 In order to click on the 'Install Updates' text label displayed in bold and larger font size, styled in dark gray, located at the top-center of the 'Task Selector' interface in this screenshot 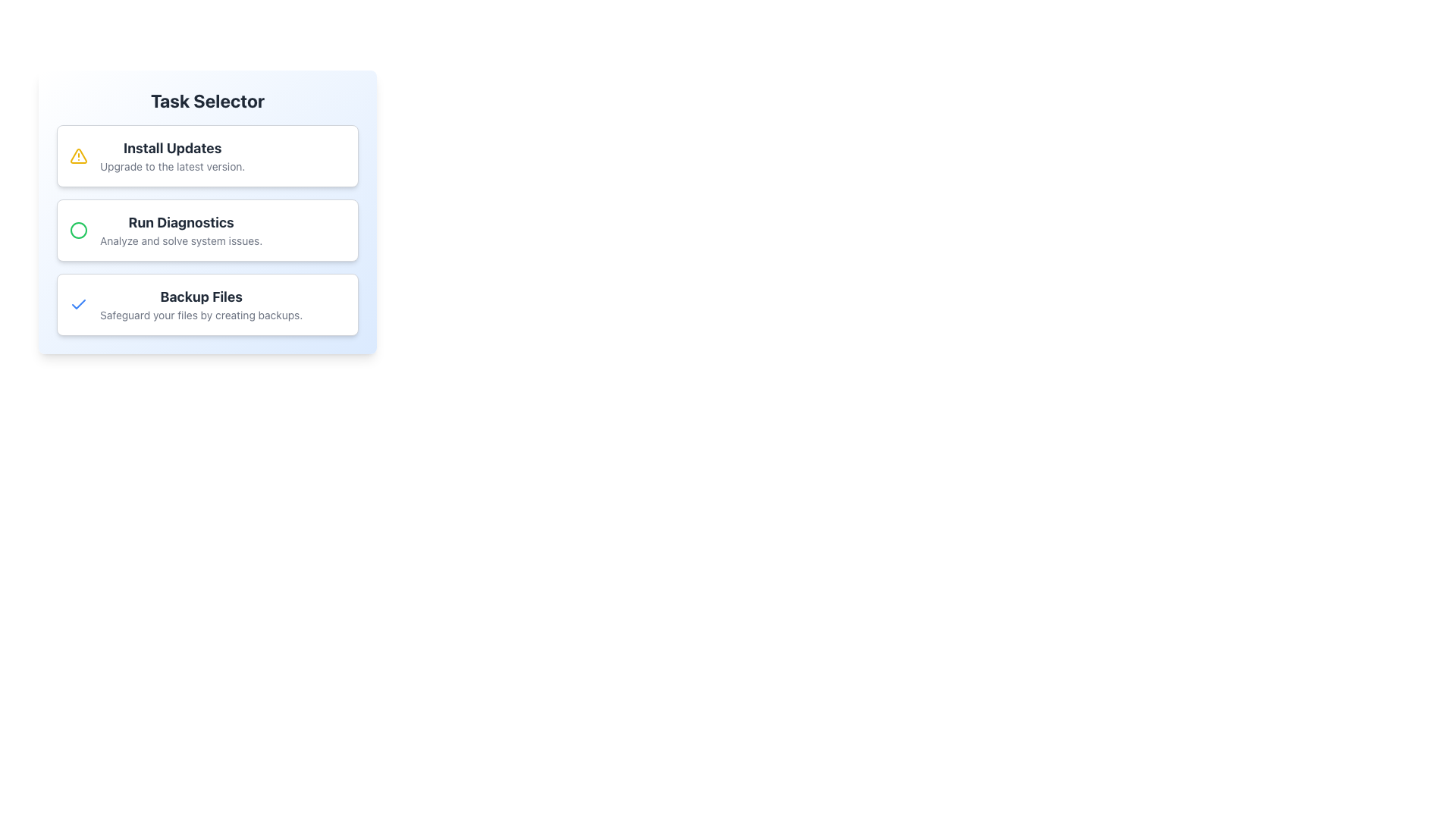, I will do `click(172, 149)`.